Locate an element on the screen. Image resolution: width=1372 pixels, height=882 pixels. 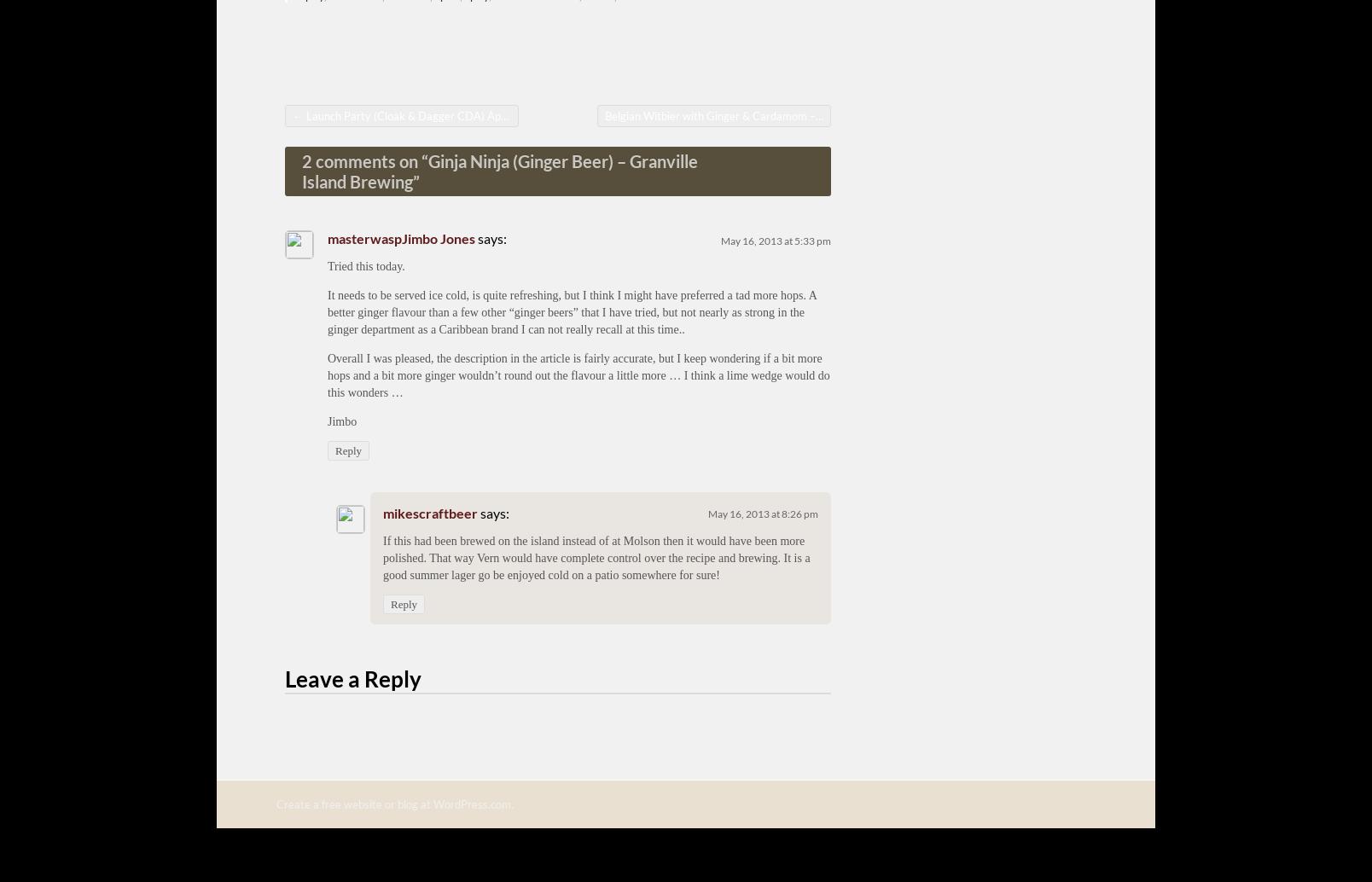
'masterwaspJimbo Jones' is located at coordinates (327, 236).